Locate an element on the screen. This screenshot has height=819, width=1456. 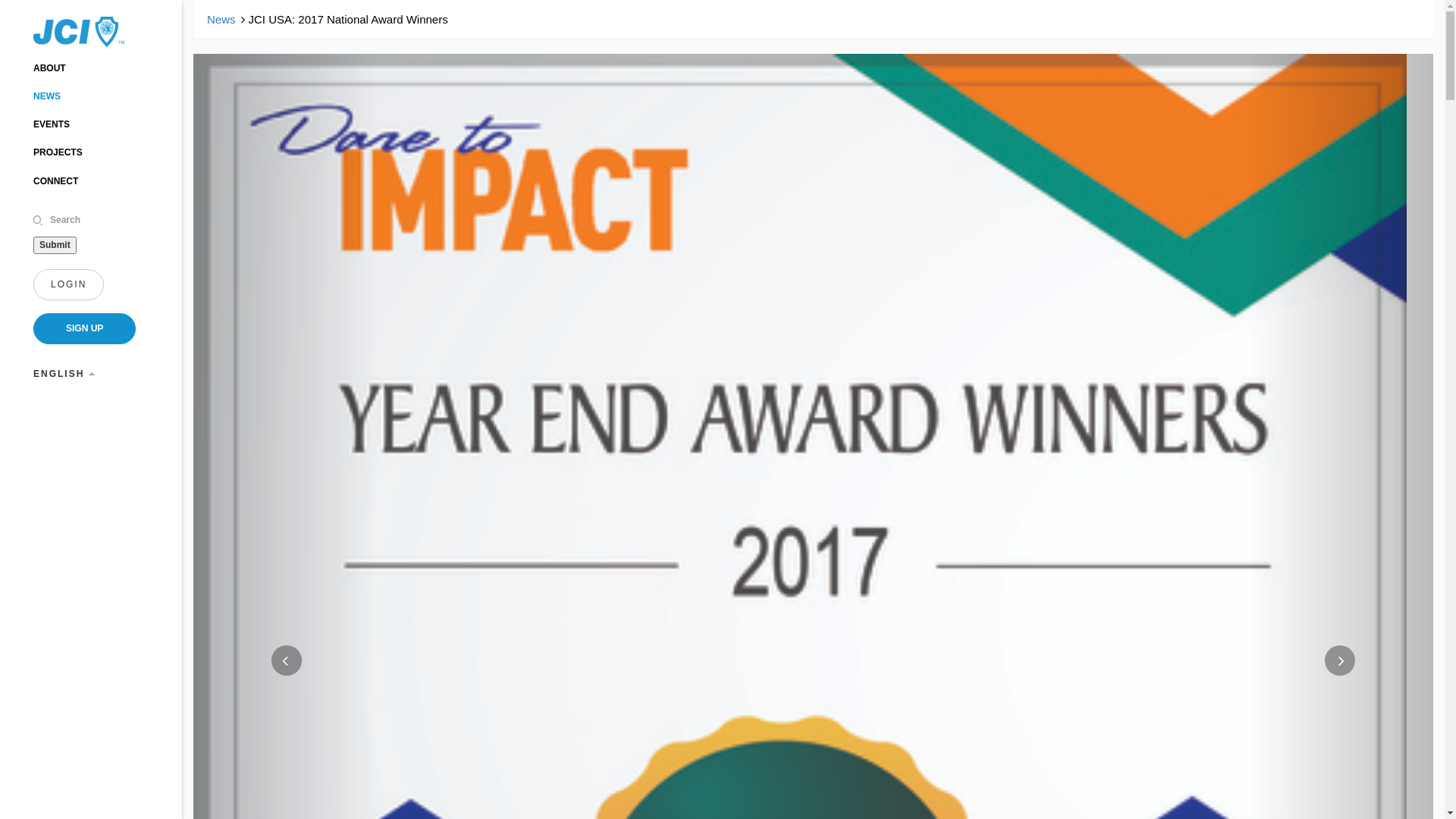
'PROJECTS' is located at coordinates (58, 152).